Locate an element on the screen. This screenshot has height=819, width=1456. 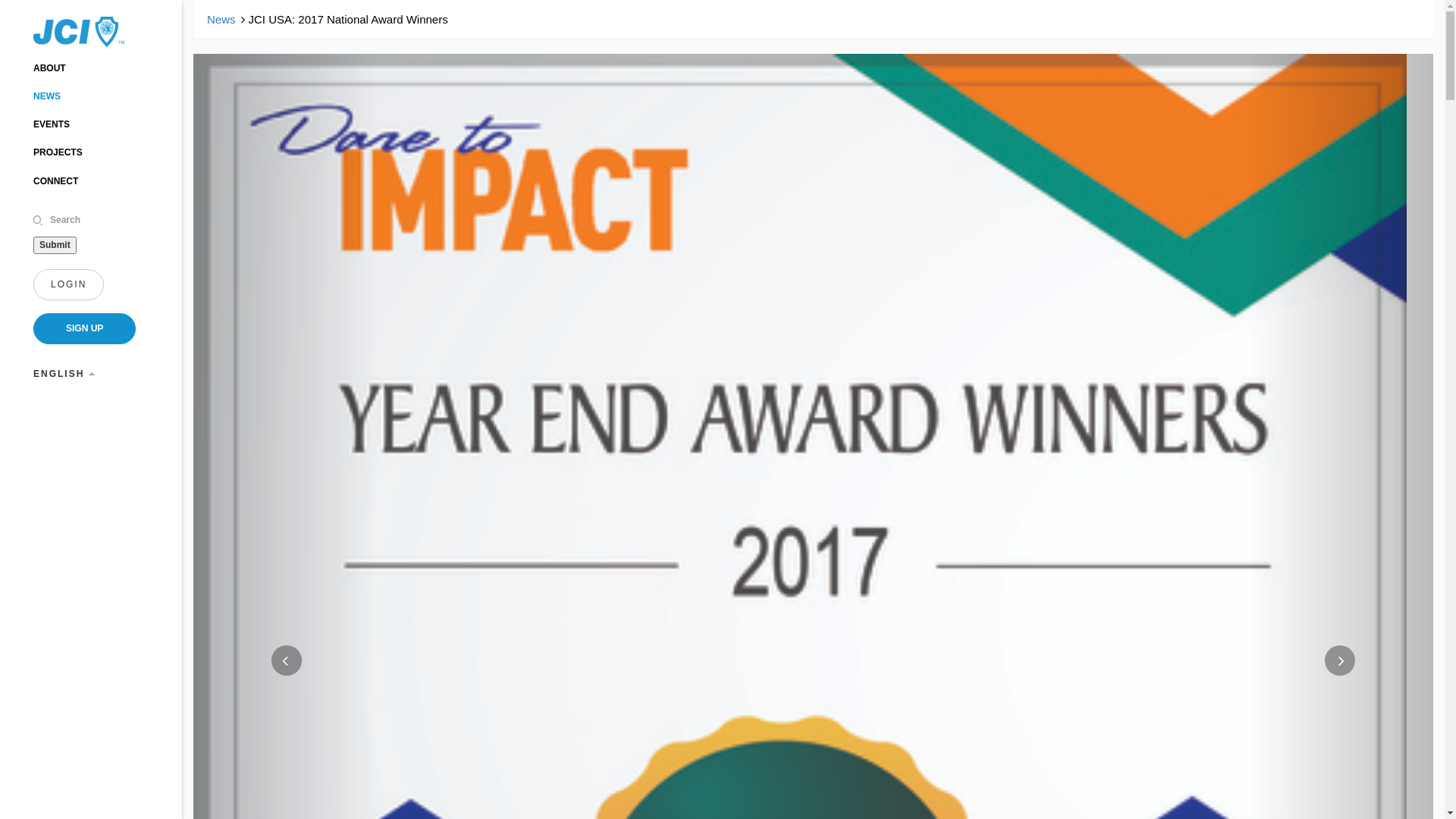
'PROJECTS' is located at coordinates (58, 152).